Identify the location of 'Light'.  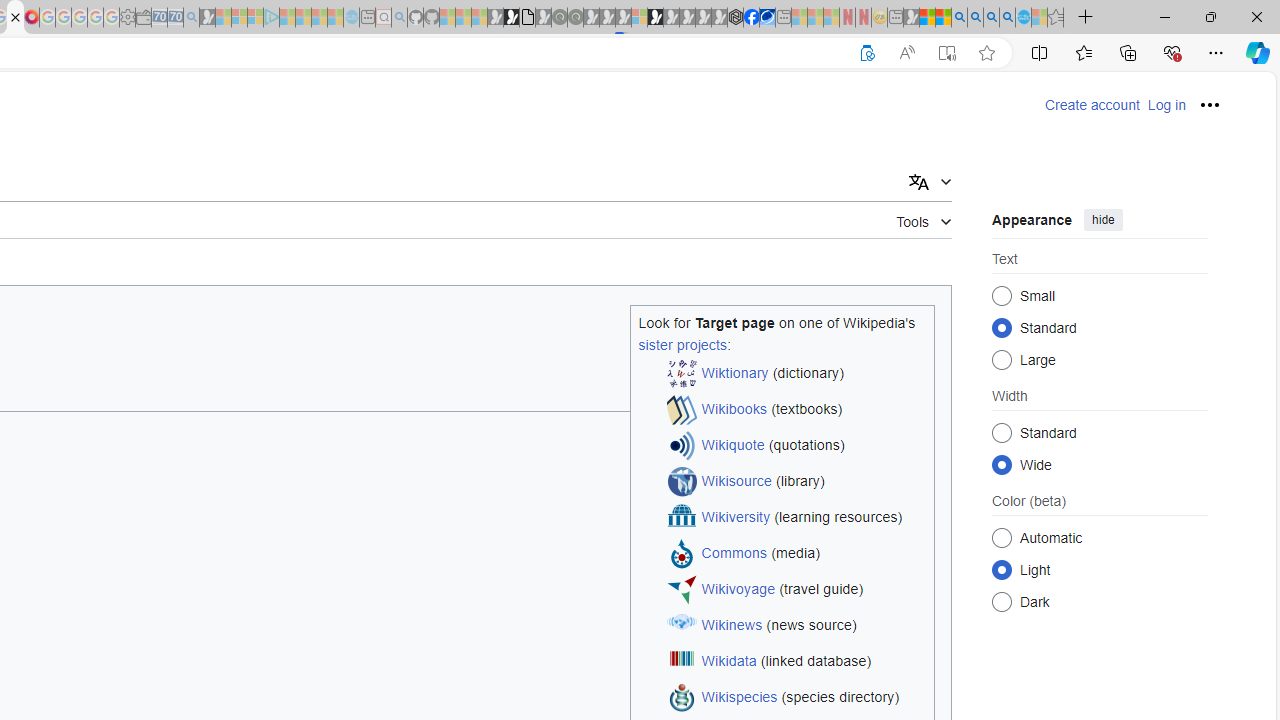
(1002, 569).